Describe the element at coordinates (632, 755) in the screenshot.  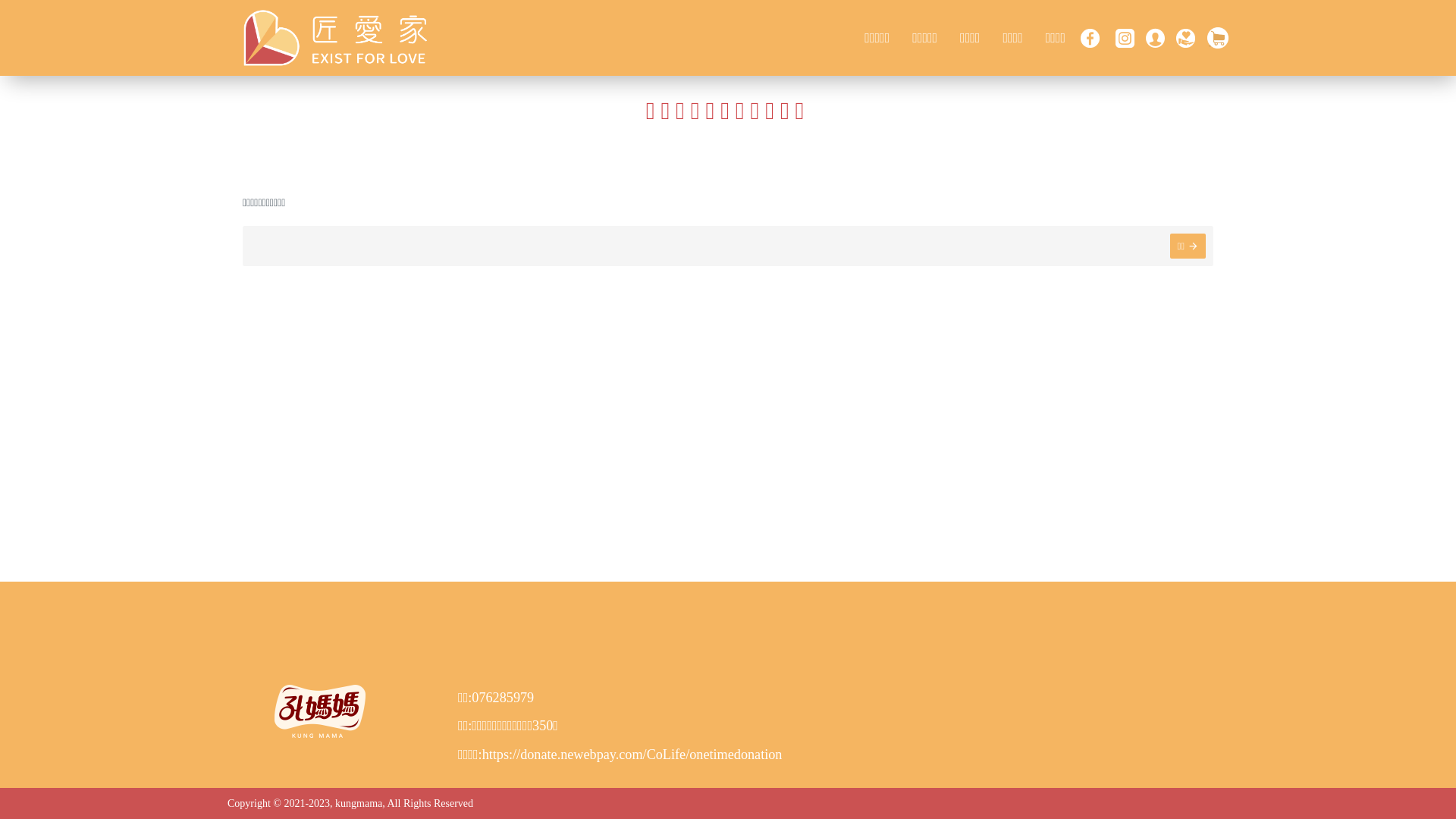
I see `'https://donate.newebpay.com/CoLife/onetimedonation'` at that location.